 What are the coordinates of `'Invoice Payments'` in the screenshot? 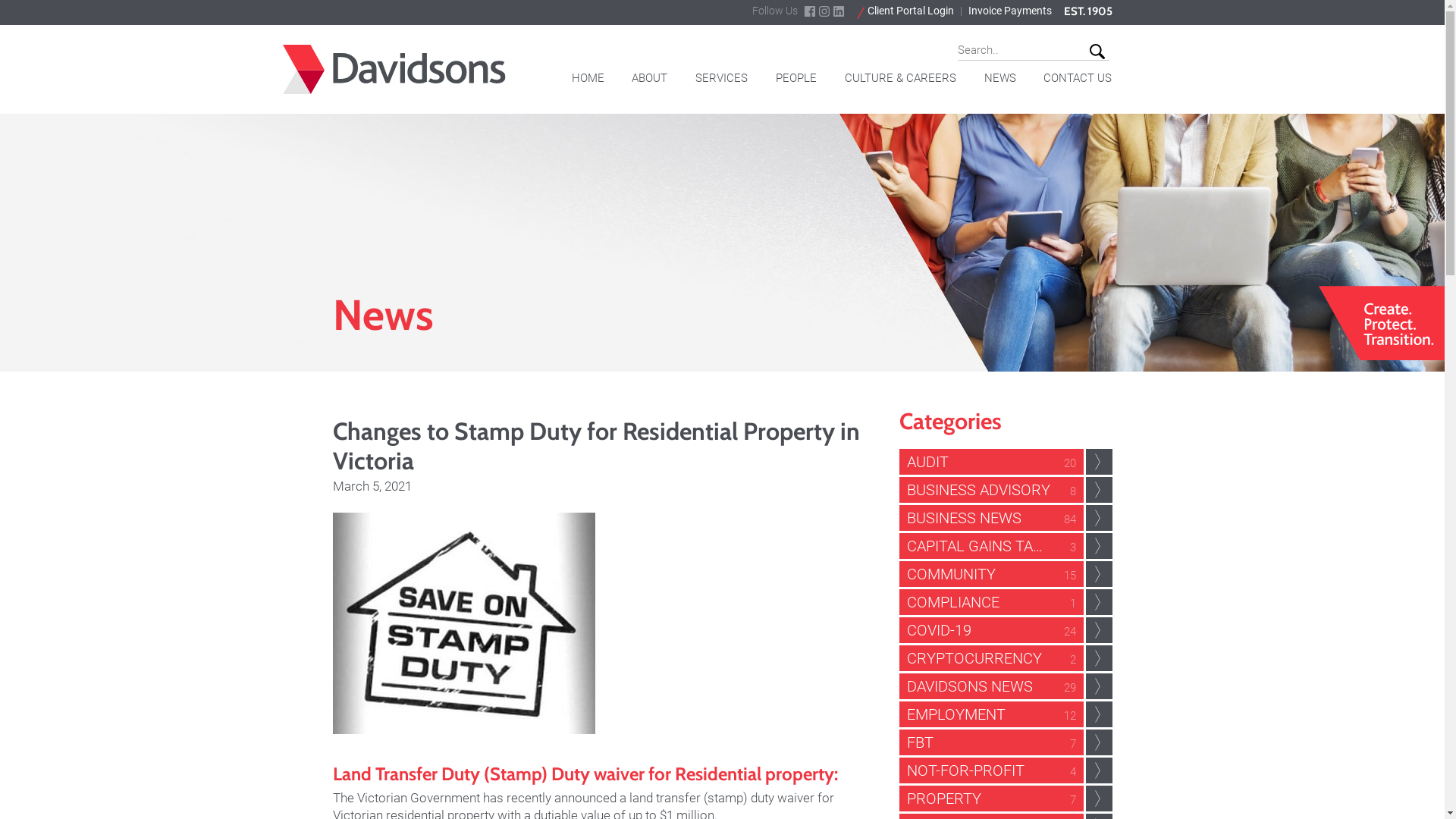 It's located at (1009, 11).